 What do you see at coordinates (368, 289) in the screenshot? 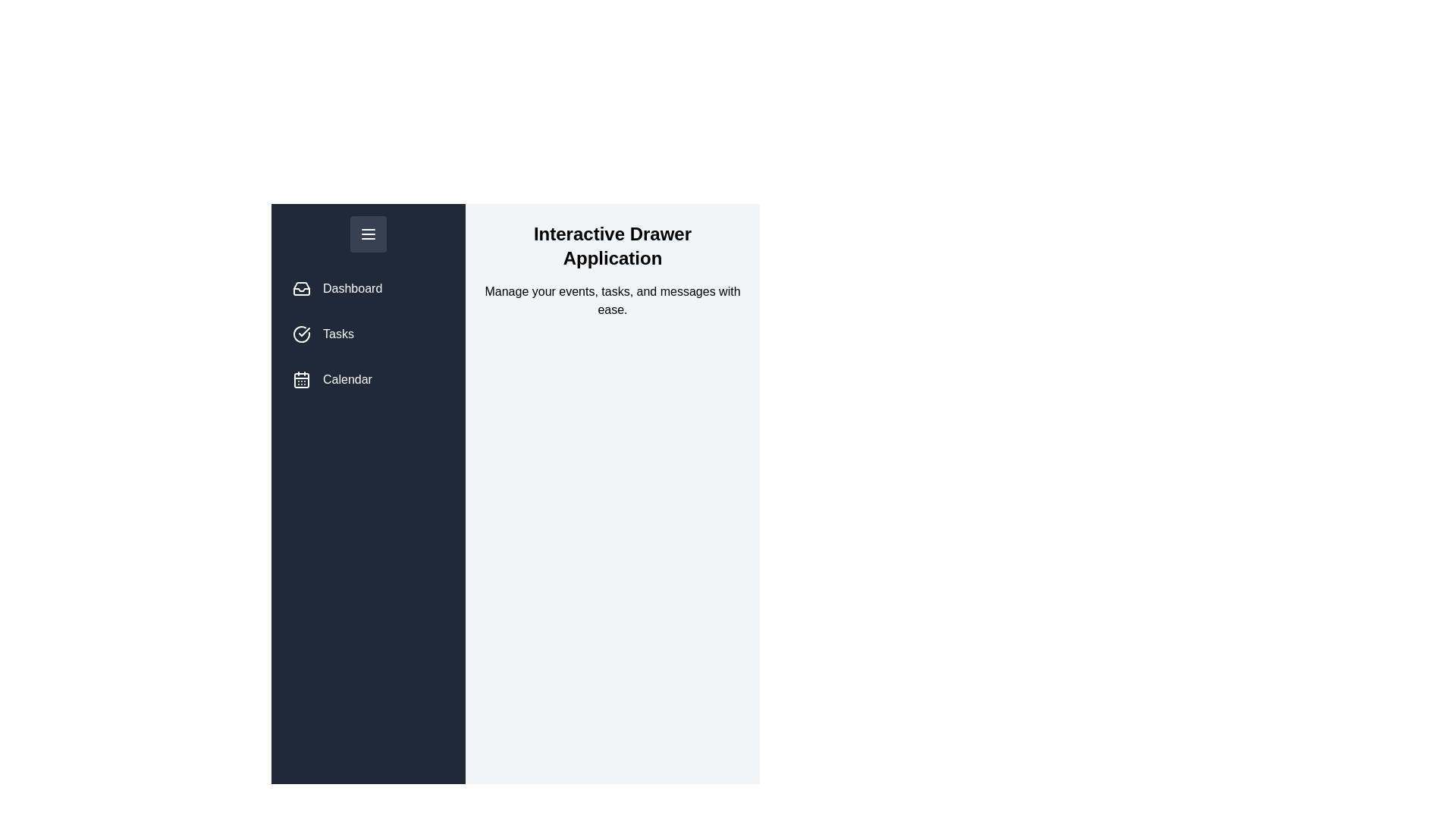
I see `the 'Dashboard' menu item, which features an inbox icon on the left and is the first entry in the vertical menu list` at bounding box center [368, 289].